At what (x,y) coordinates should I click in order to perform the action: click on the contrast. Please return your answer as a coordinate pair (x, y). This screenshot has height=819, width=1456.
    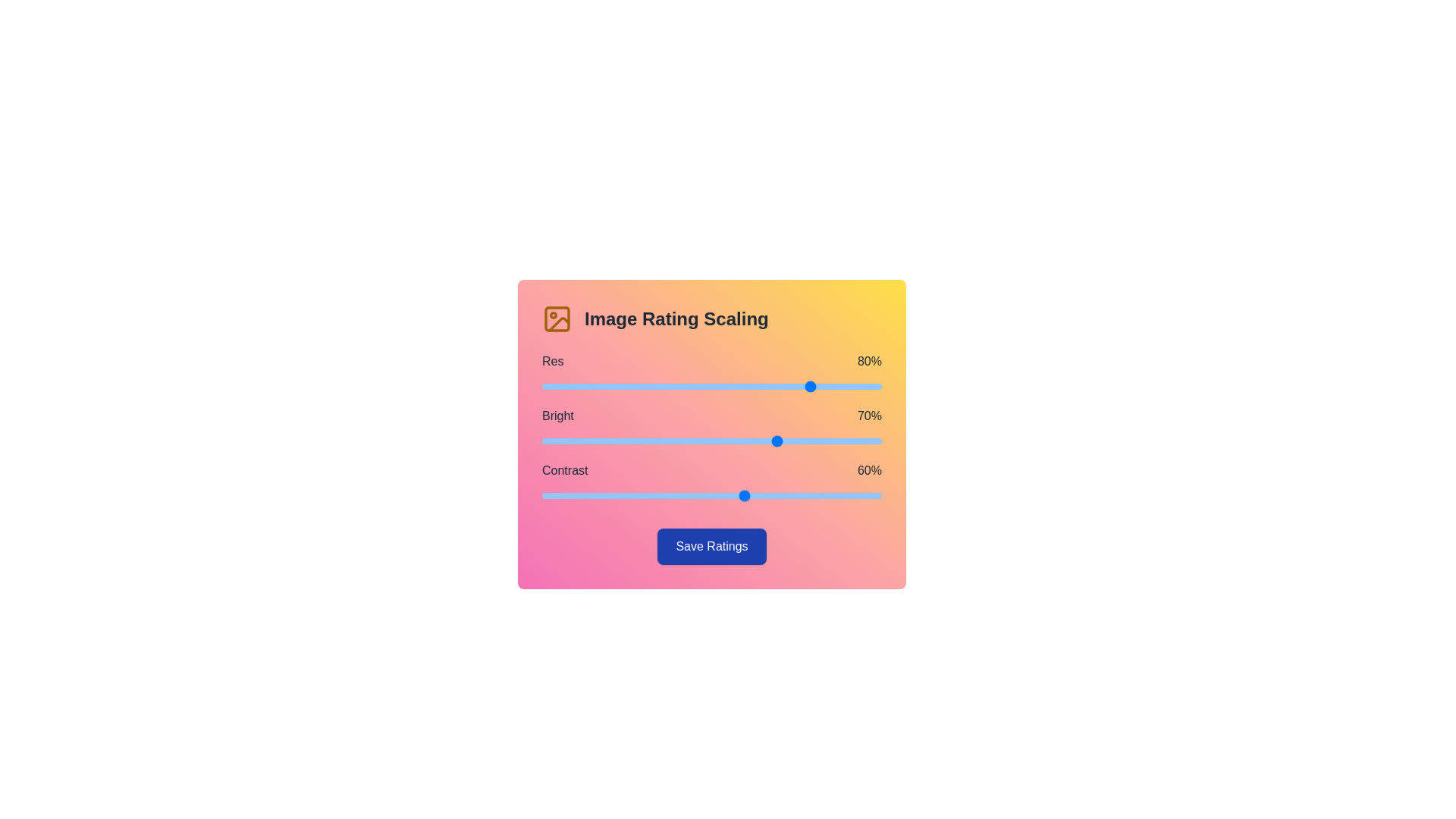
    Looking at the image, I should click on (809, 496).